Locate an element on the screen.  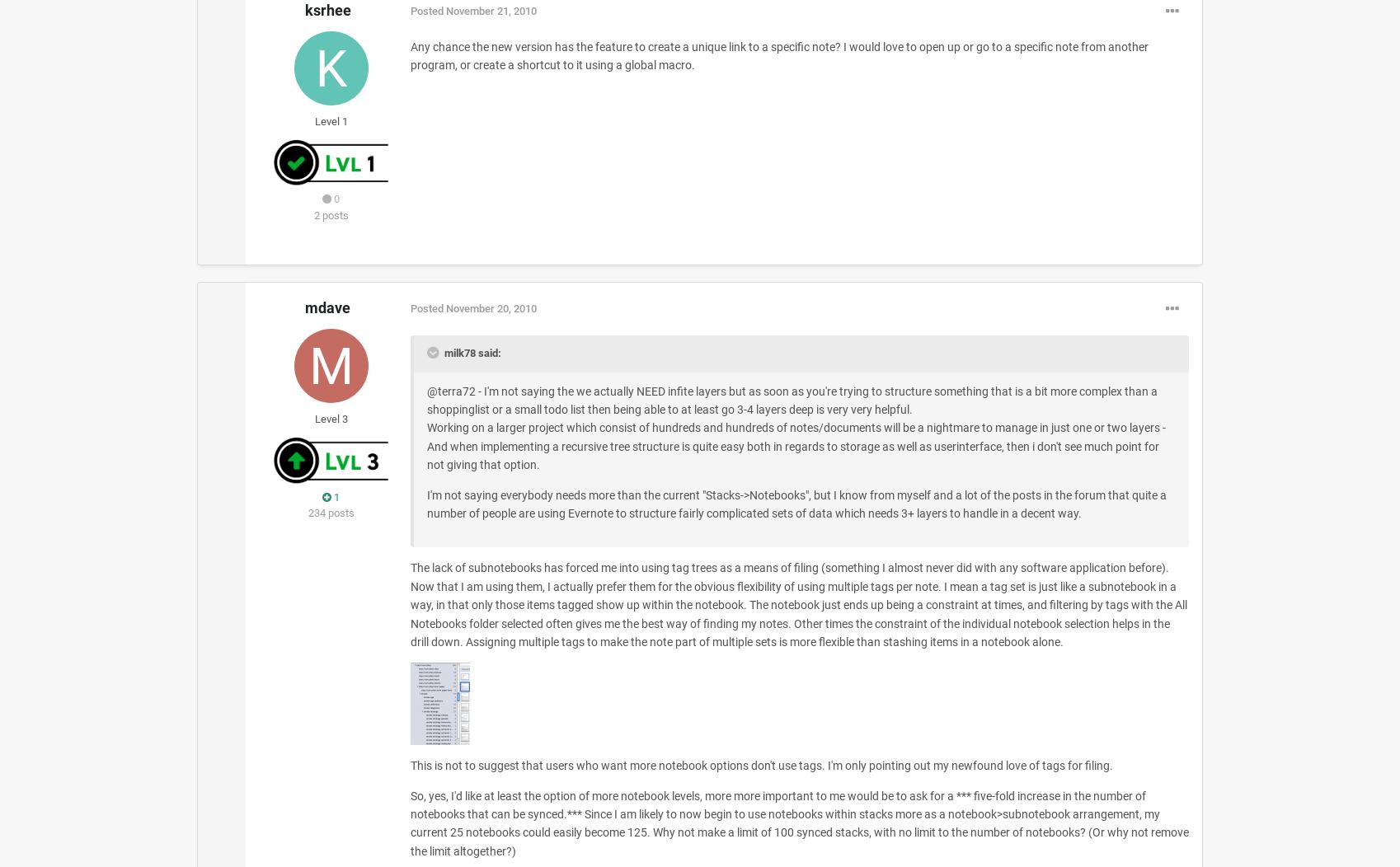
'Level 1' is located at coordinates (331, 120).